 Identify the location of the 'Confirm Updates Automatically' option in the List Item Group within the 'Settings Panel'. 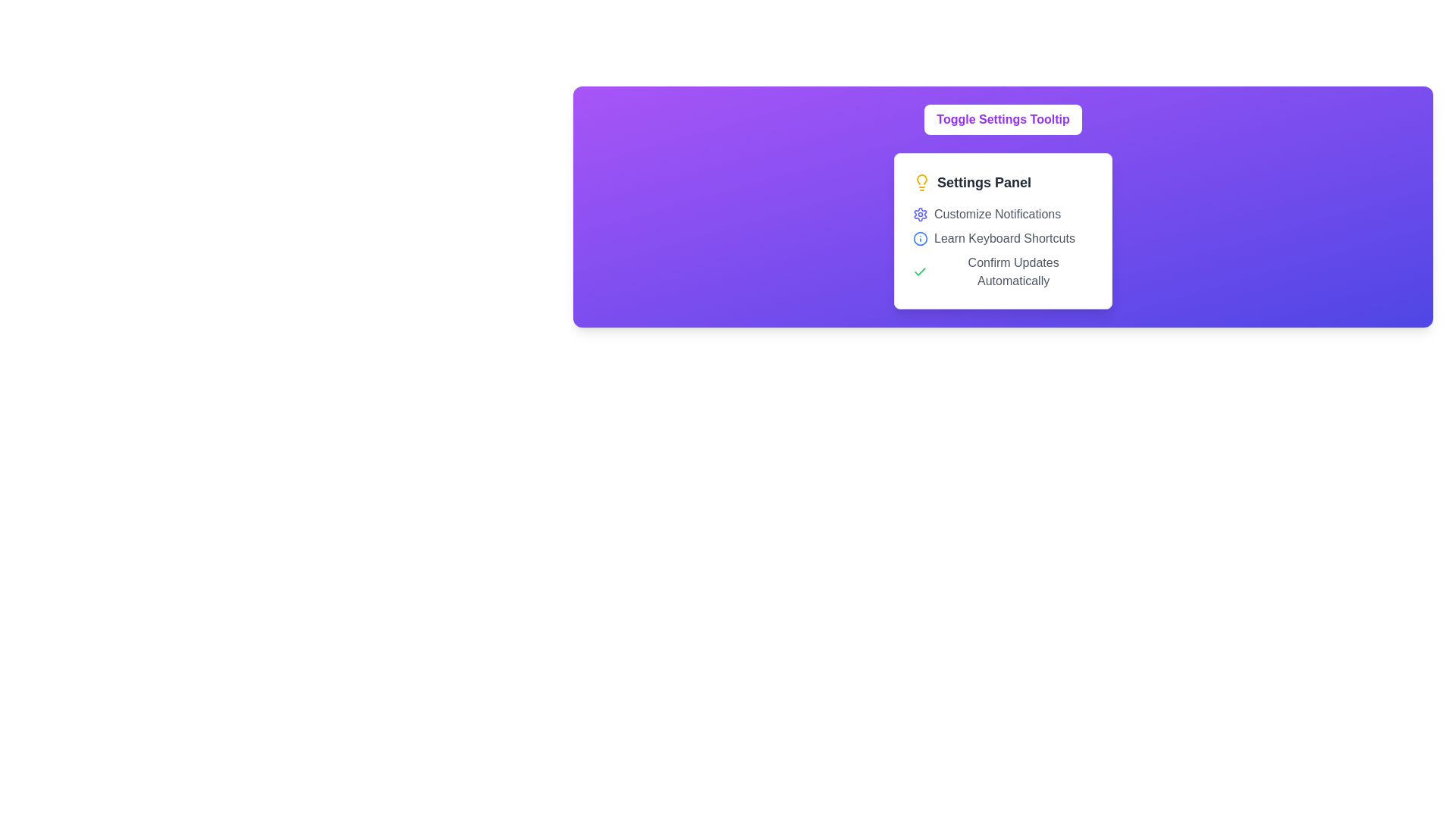
(1003, 247).